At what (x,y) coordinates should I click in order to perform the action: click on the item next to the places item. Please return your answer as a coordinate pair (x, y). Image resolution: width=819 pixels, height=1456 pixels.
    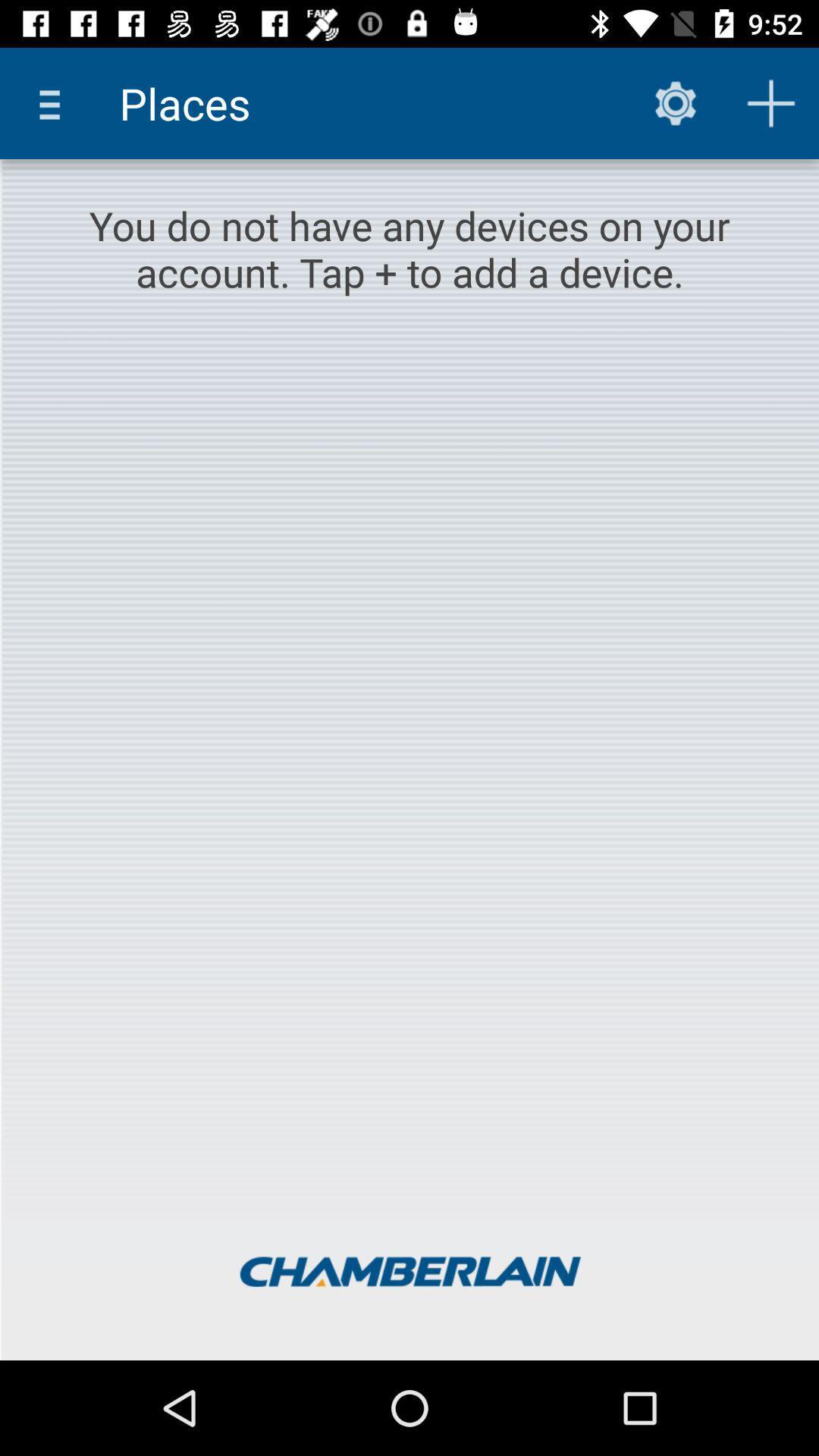
    Looking at the image, I should click on (675, 102).